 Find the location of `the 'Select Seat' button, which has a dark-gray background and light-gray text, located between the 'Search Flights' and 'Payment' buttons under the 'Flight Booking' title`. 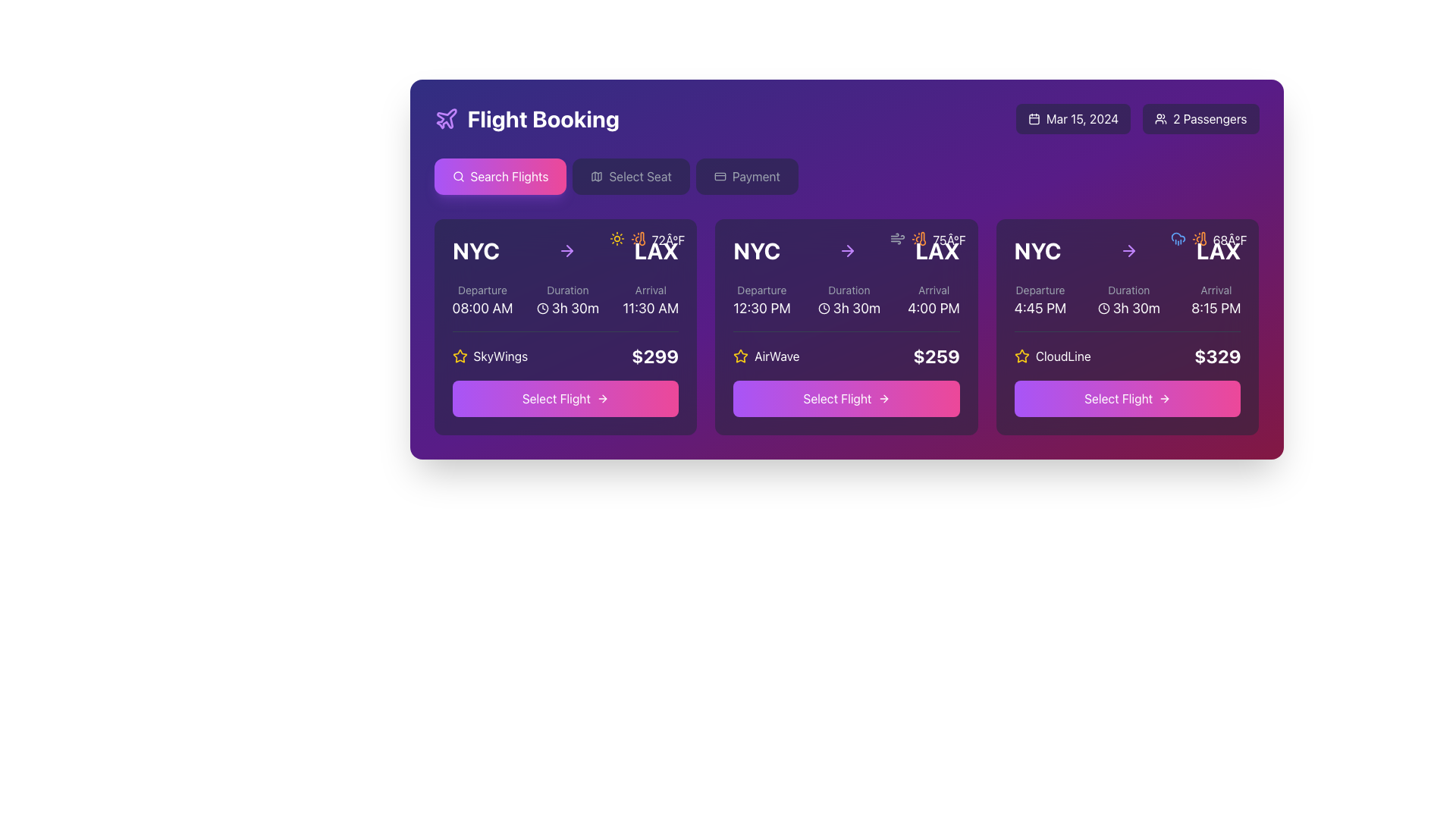

the 'Select Seat' button, which has a dark-gray background and light-gray text, located between the 'Search Flights' and 'Payment' buttons under the 'Flight Booking' title is located at coordinates (631, 175).